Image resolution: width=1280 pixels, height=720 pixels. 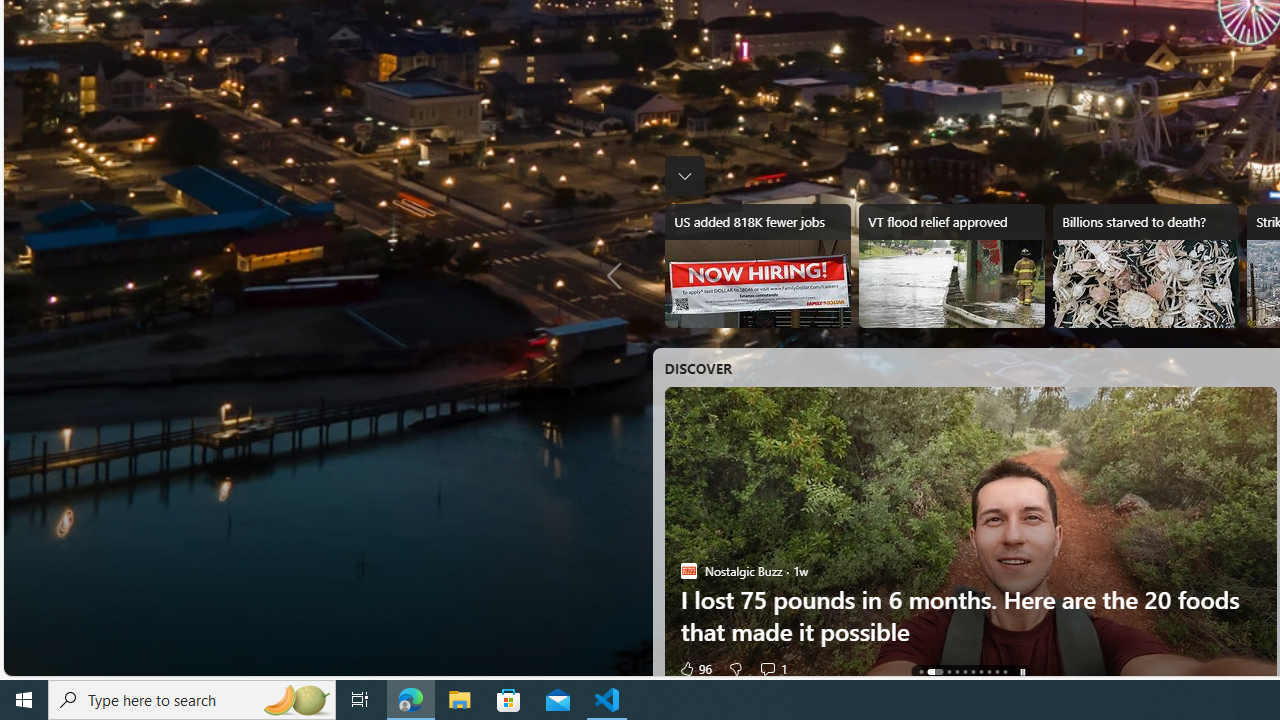 What do you see at coordinates (919, 672) in the screenshot?
I see `'AutomationID: tab-0'` at bounding box center [919, 672].